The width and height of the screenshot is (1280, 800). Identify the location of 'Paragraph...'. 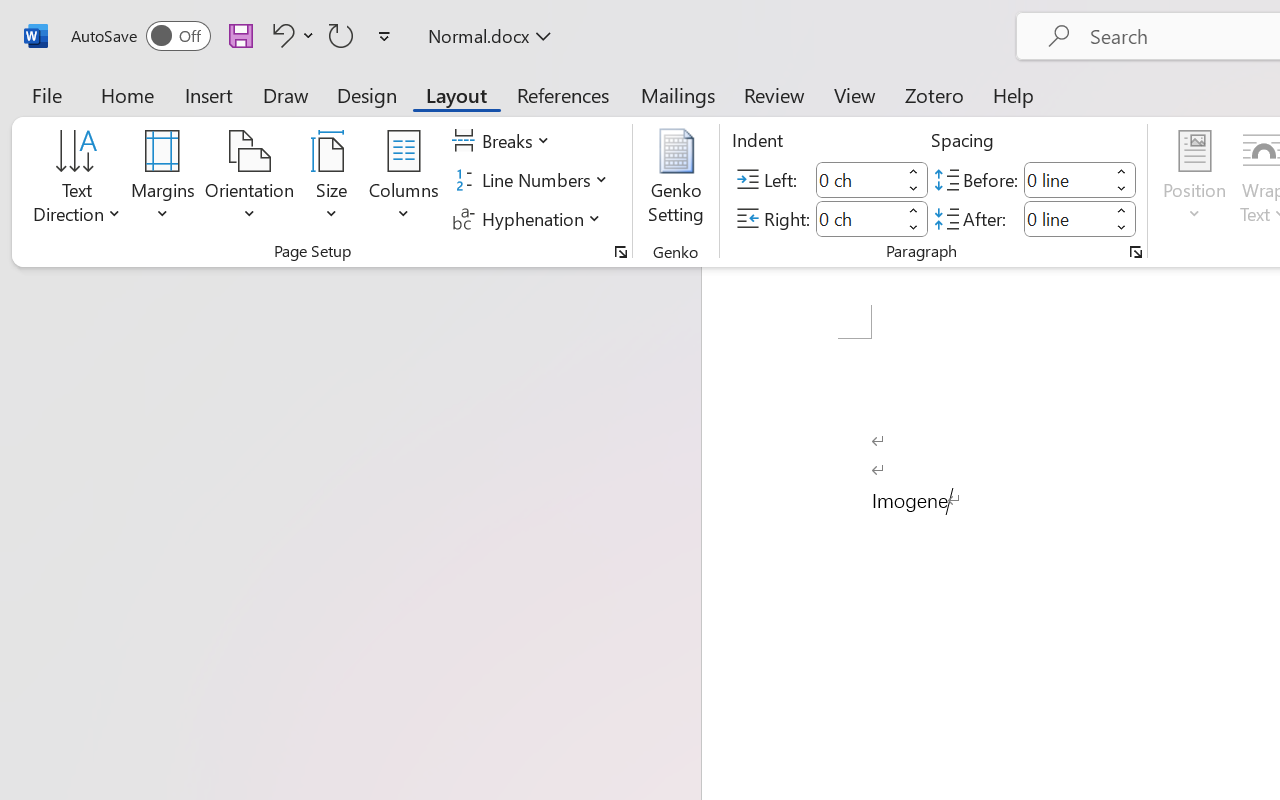
(1136, 251).